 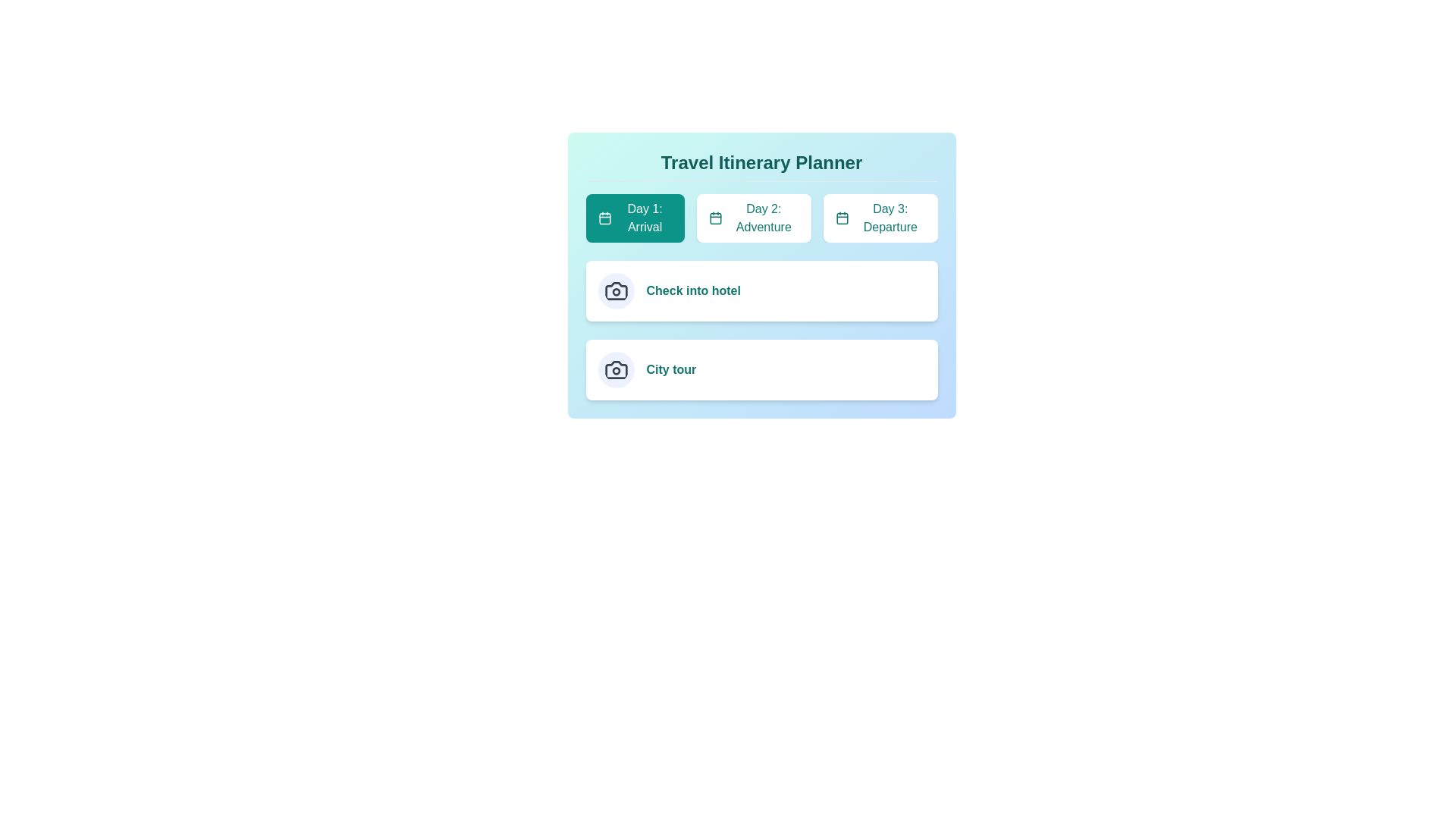 I want to click on the day tab corresponding to Day 2: Adventure, so click(x=754, y=218).